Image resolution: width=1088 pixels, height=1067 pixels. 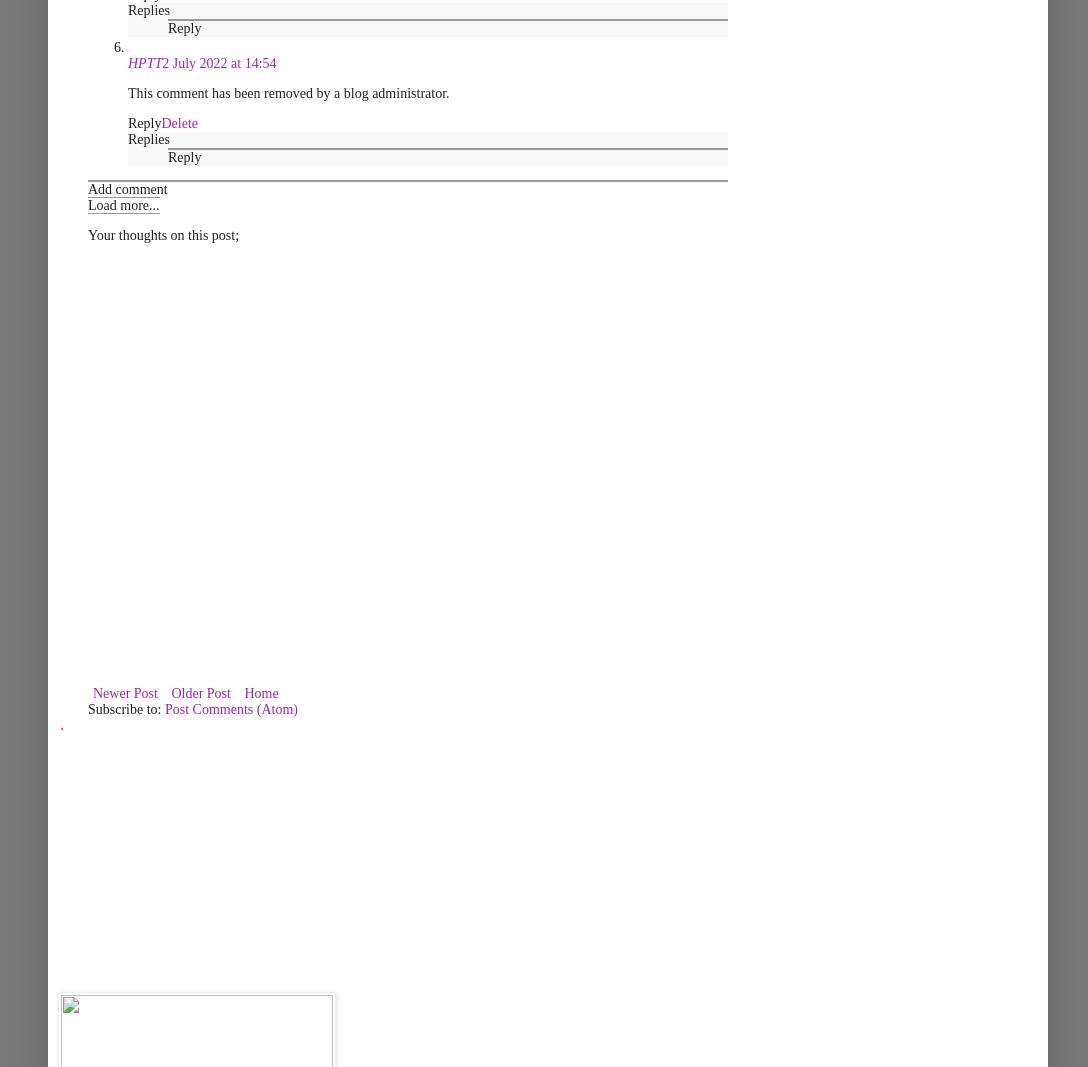 I want to click on 'Home', so click(x=260, y=693).